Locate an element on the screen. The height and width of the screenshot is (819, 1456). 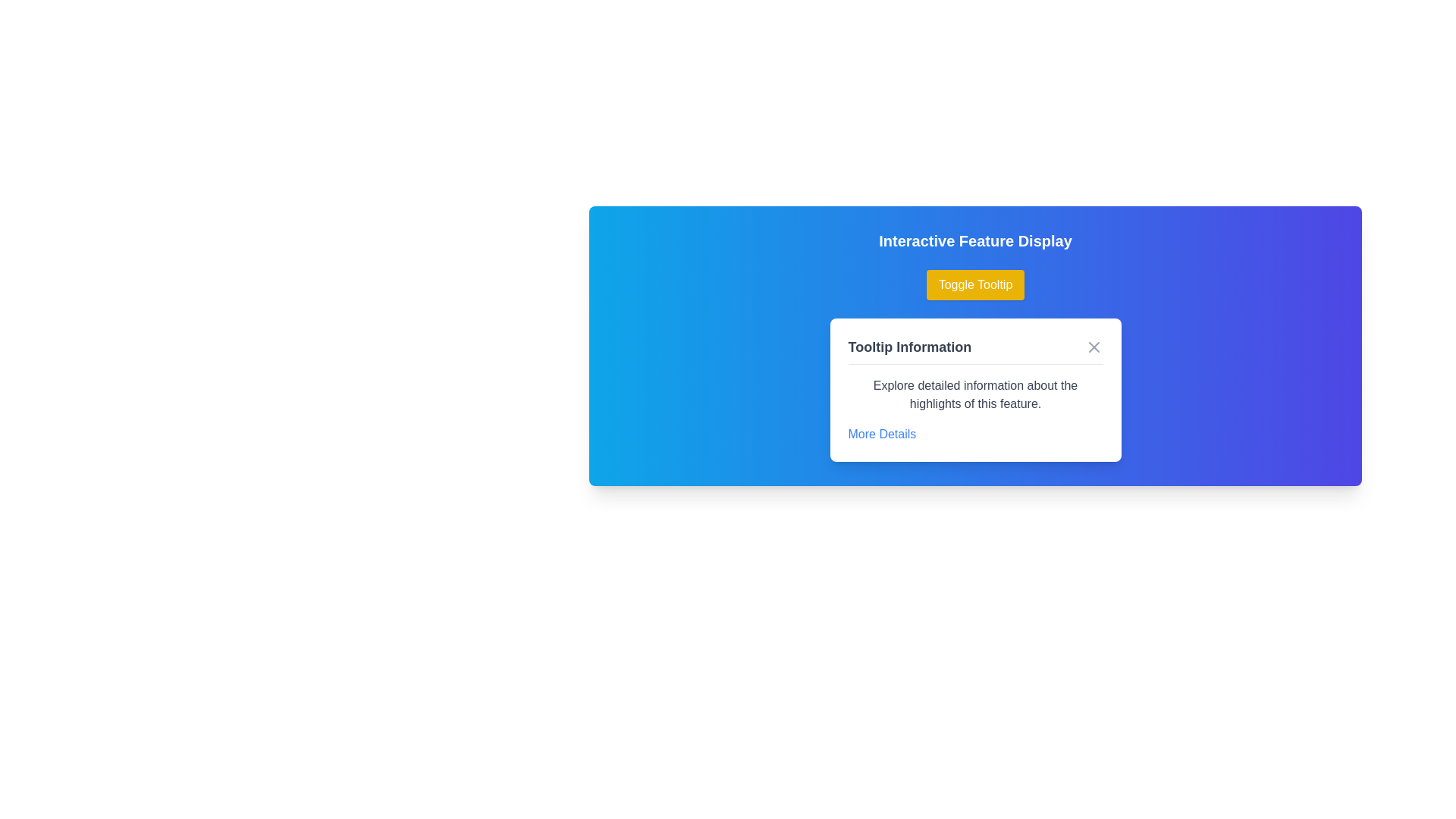
the 'Toggle Tooltip' button with rounded edges and a yellow background is located at coordinates (975, 284).